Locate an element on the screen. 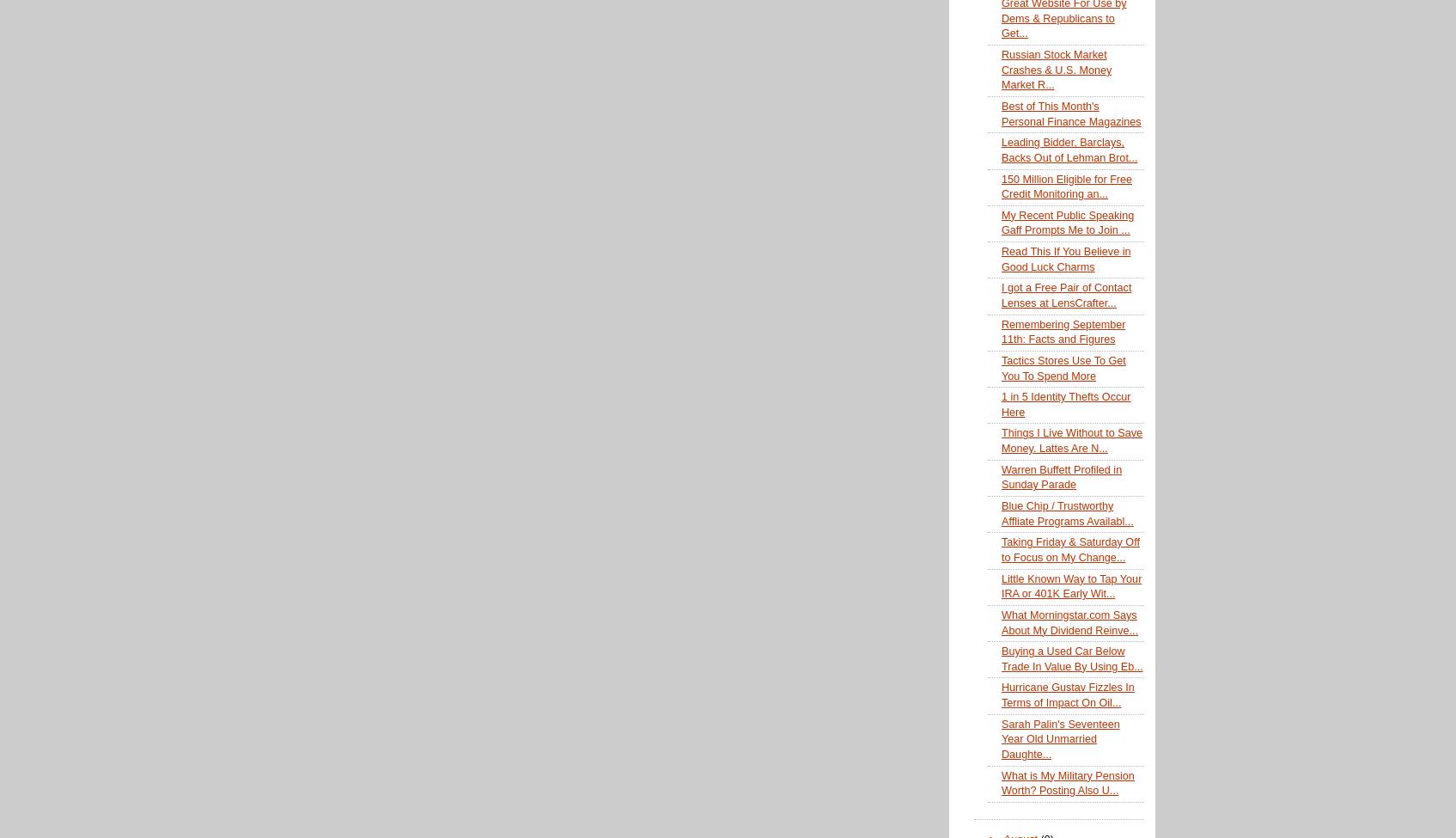  'Little Known Way to Tap Your IRA or 401K Early Wit...' is located at coordinates (1070, 586).